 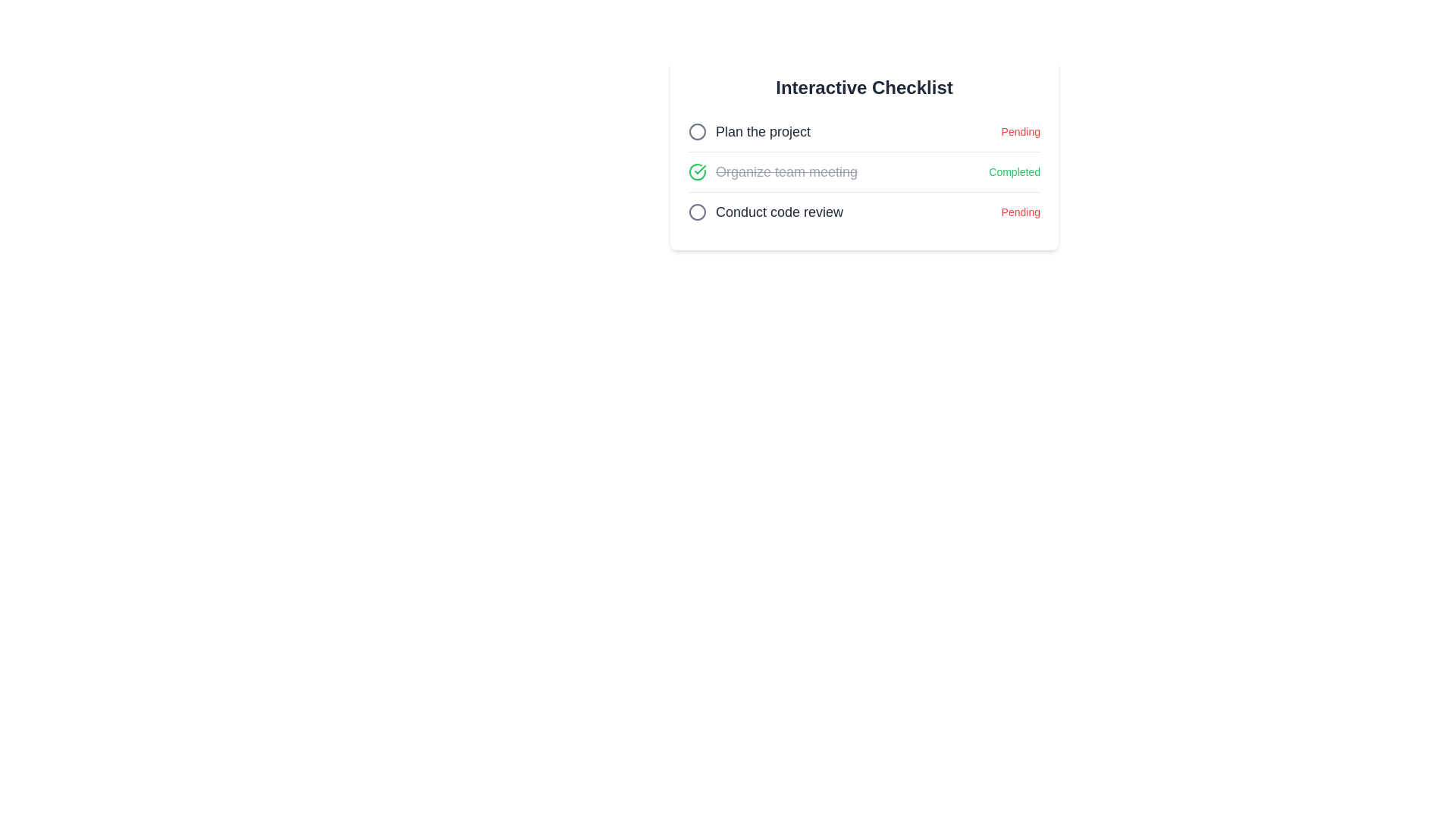 What do you see at coordinates (779, 212) in the screenshot?
I see `the descriptive label of the third task in the checklist` at bounding box center [779, 212].